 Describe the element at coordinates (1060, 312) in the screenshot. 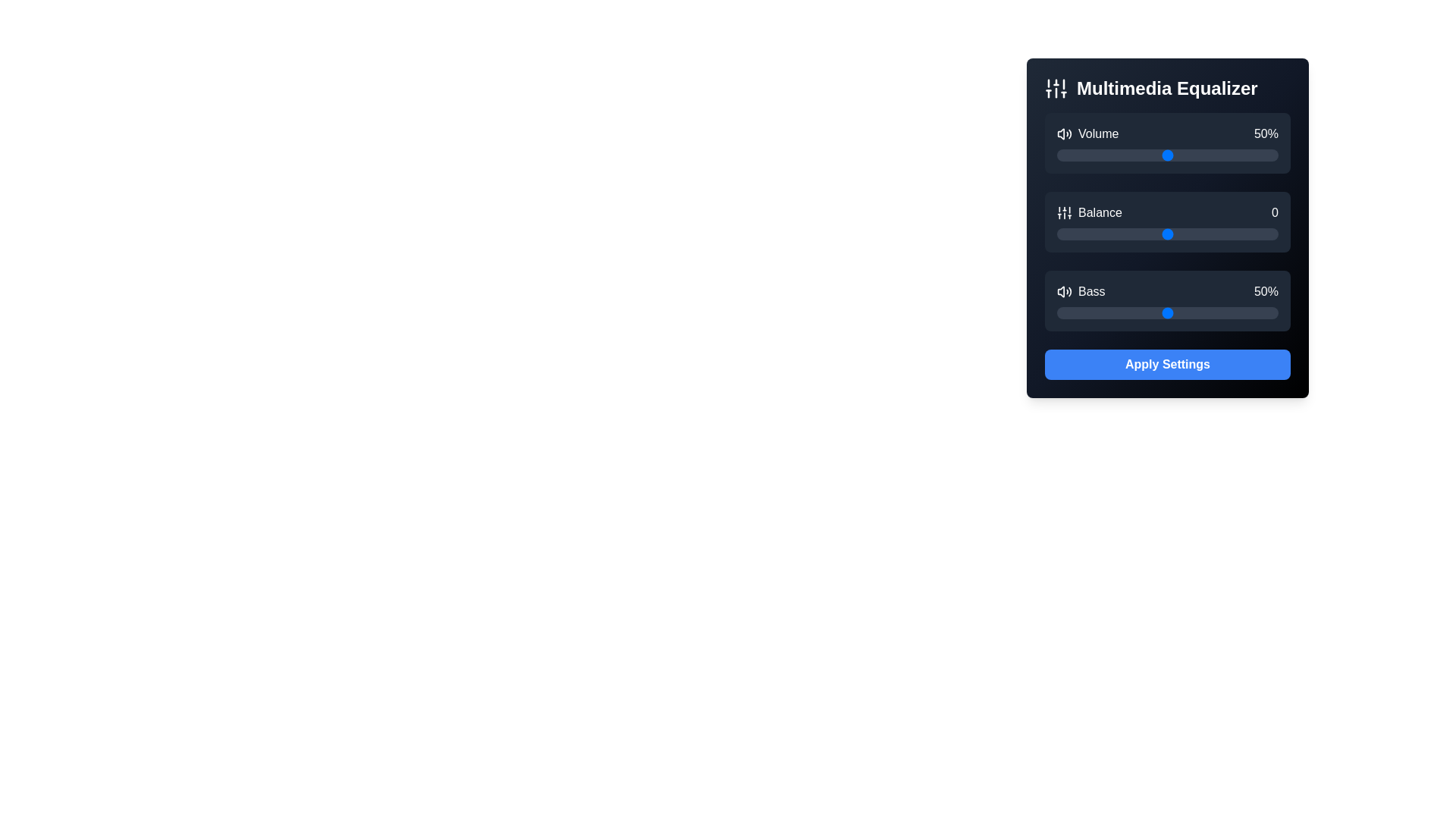

I see `bass level` at that location.